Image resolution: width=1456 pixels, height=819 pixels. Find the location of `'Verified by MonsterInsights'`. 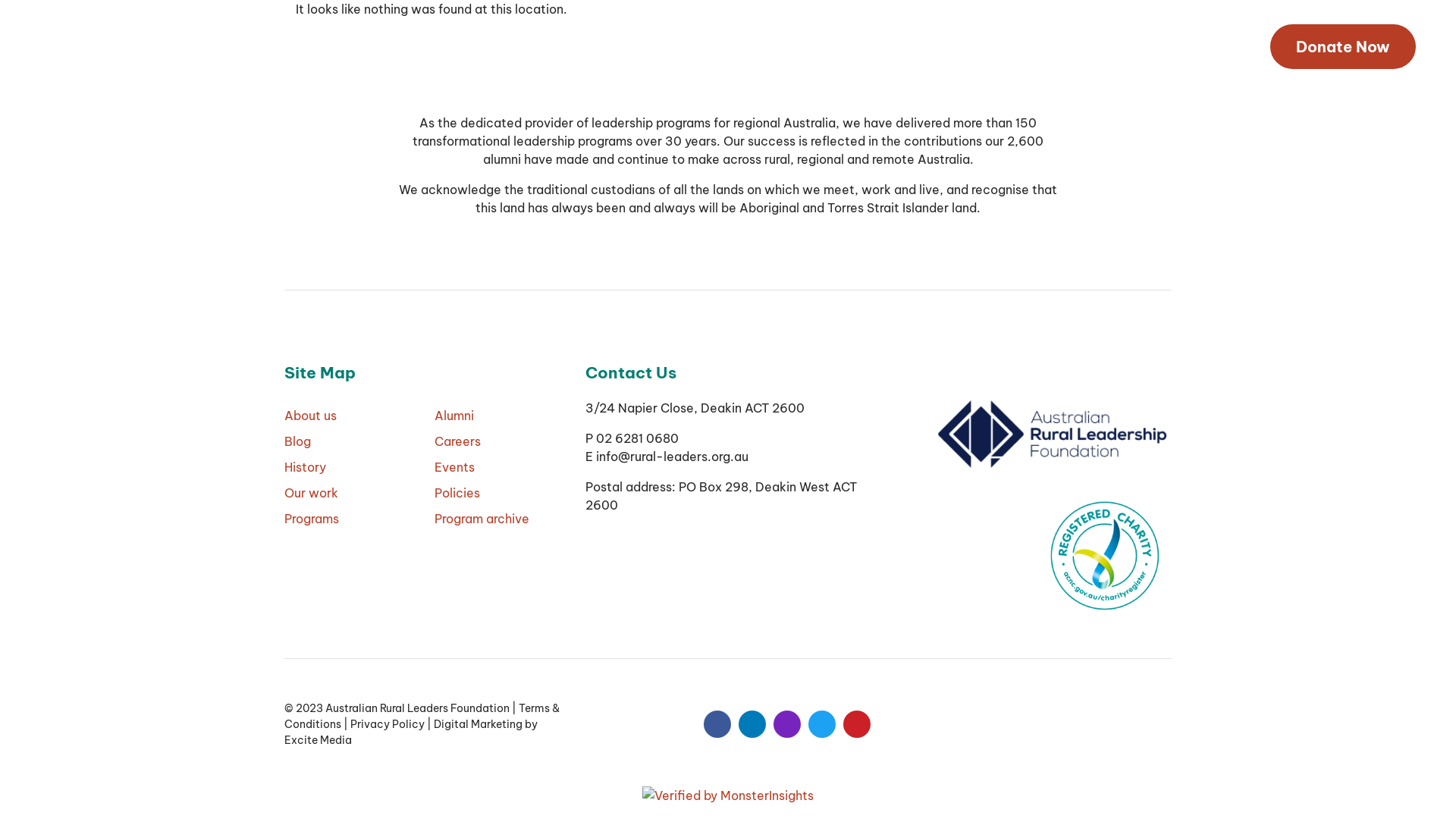

'Verified by MonsterInsights' is located at coordinates (728, 795).